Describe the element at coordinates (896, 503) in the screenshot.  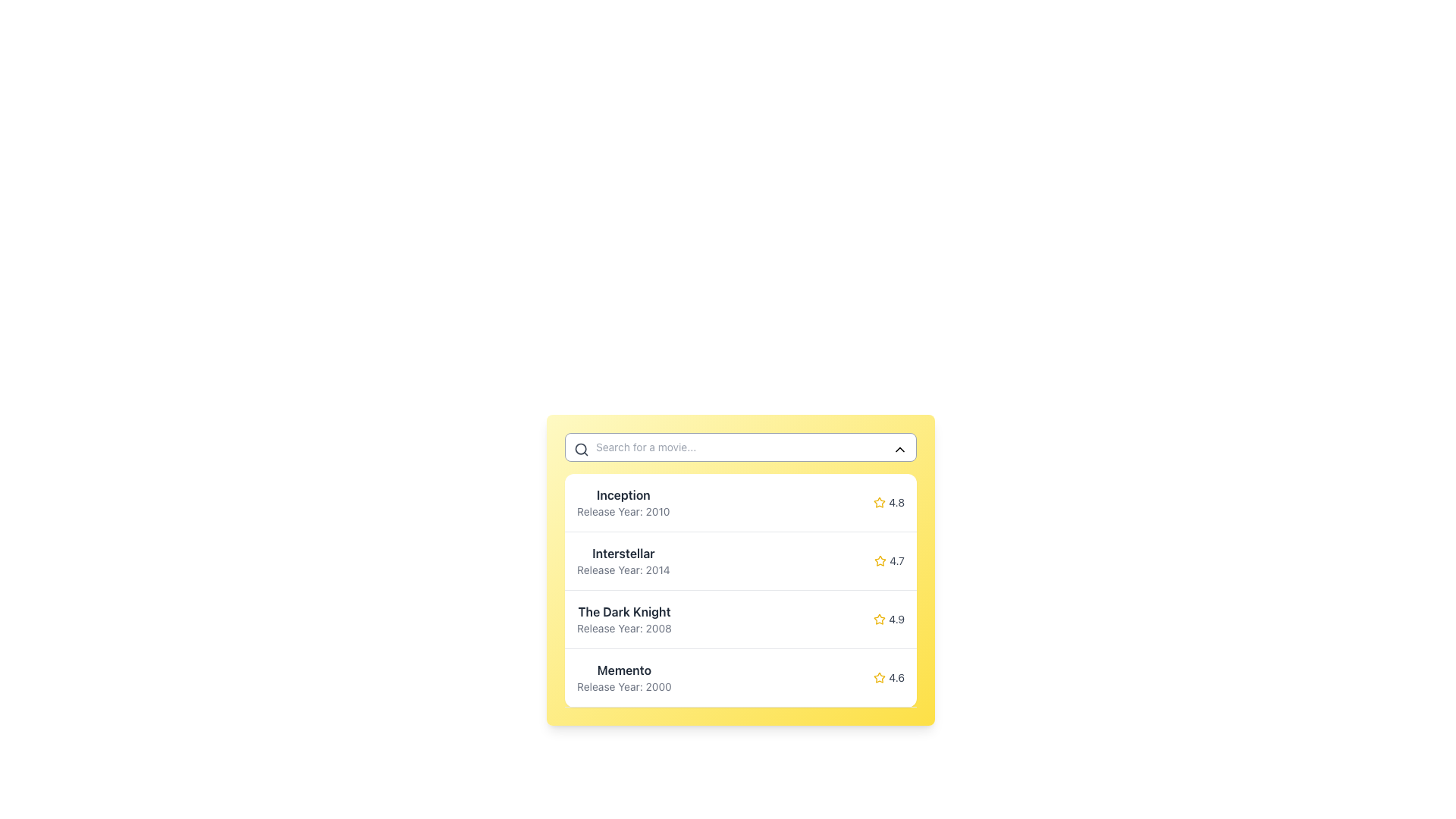
I see `the text label displaying the rating score '4.8', which is styled in gray and positioned near the yellow star icon associated with the movie 'Inception'` at that location.